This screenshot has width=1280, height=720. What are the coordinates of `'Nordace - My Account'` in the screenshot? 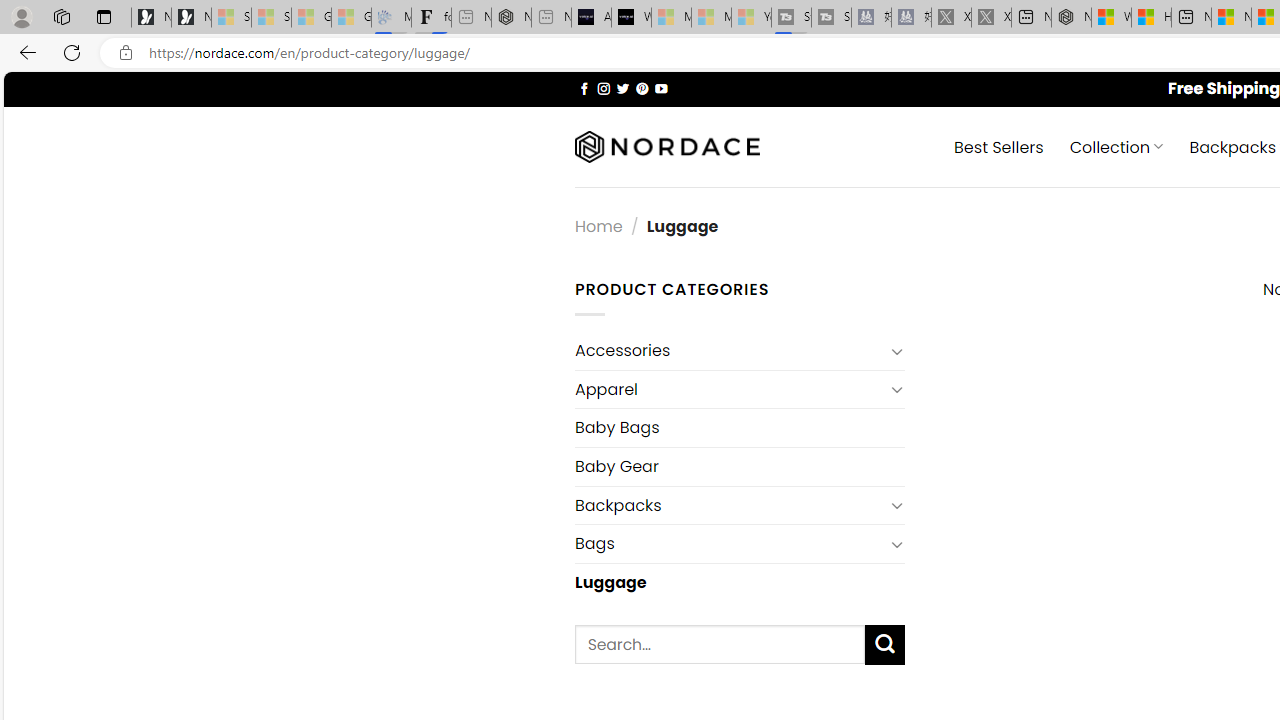 It's located at (1070, 17).